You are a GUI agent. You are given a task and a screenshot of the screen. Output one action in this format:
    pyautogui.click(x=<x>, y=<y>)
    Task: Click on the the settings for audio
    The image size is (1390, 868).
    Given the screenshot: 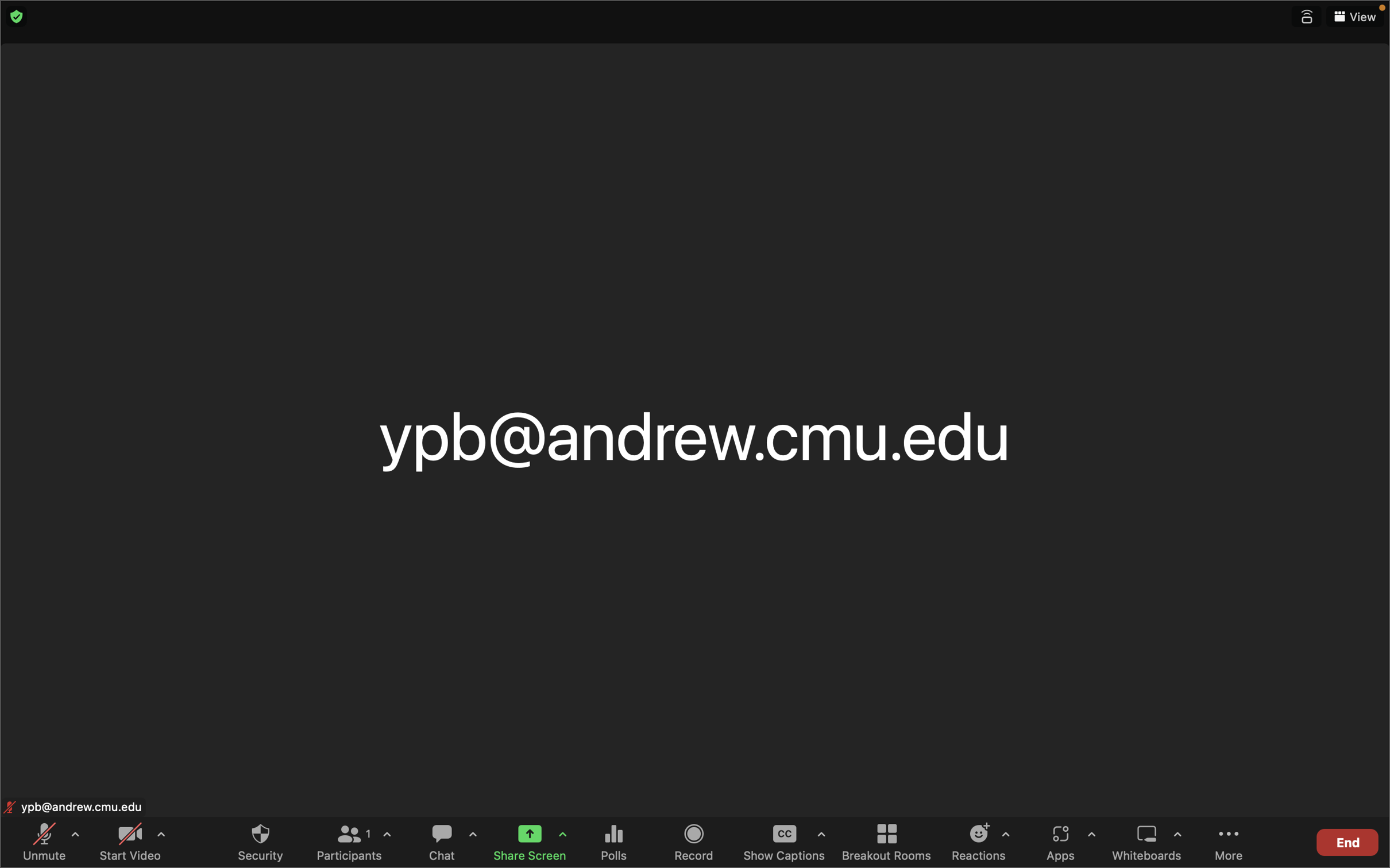 What is the action you would take?
    pyautogui.click(x=75, y=839)
    